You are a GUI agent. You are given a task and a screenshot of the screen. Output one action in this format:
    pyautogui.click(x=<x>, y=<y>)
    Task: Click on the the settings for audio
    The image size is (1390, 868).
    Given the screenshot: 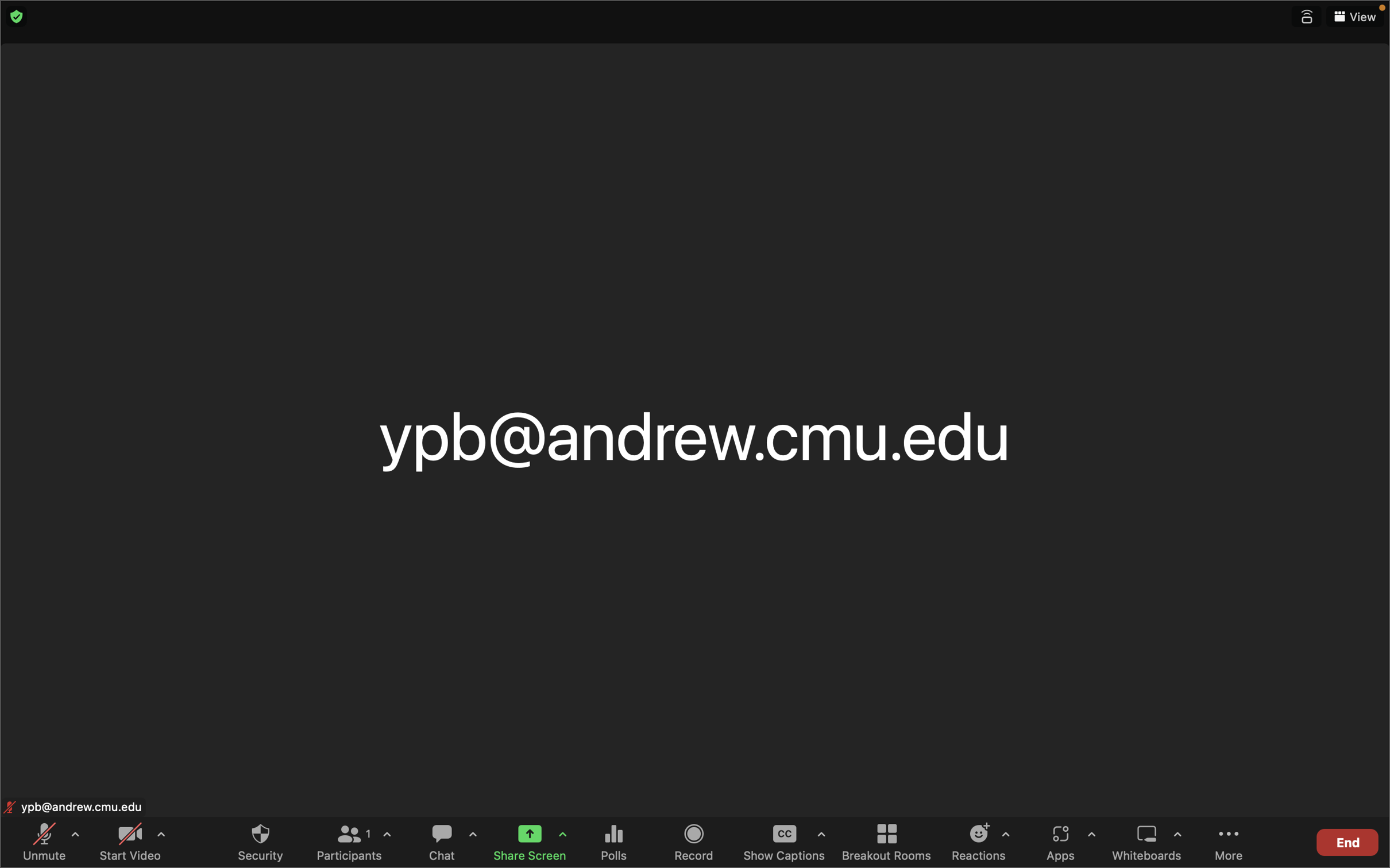 What is the action you would take?
    pyautogui.click(x=75, y=839)
    